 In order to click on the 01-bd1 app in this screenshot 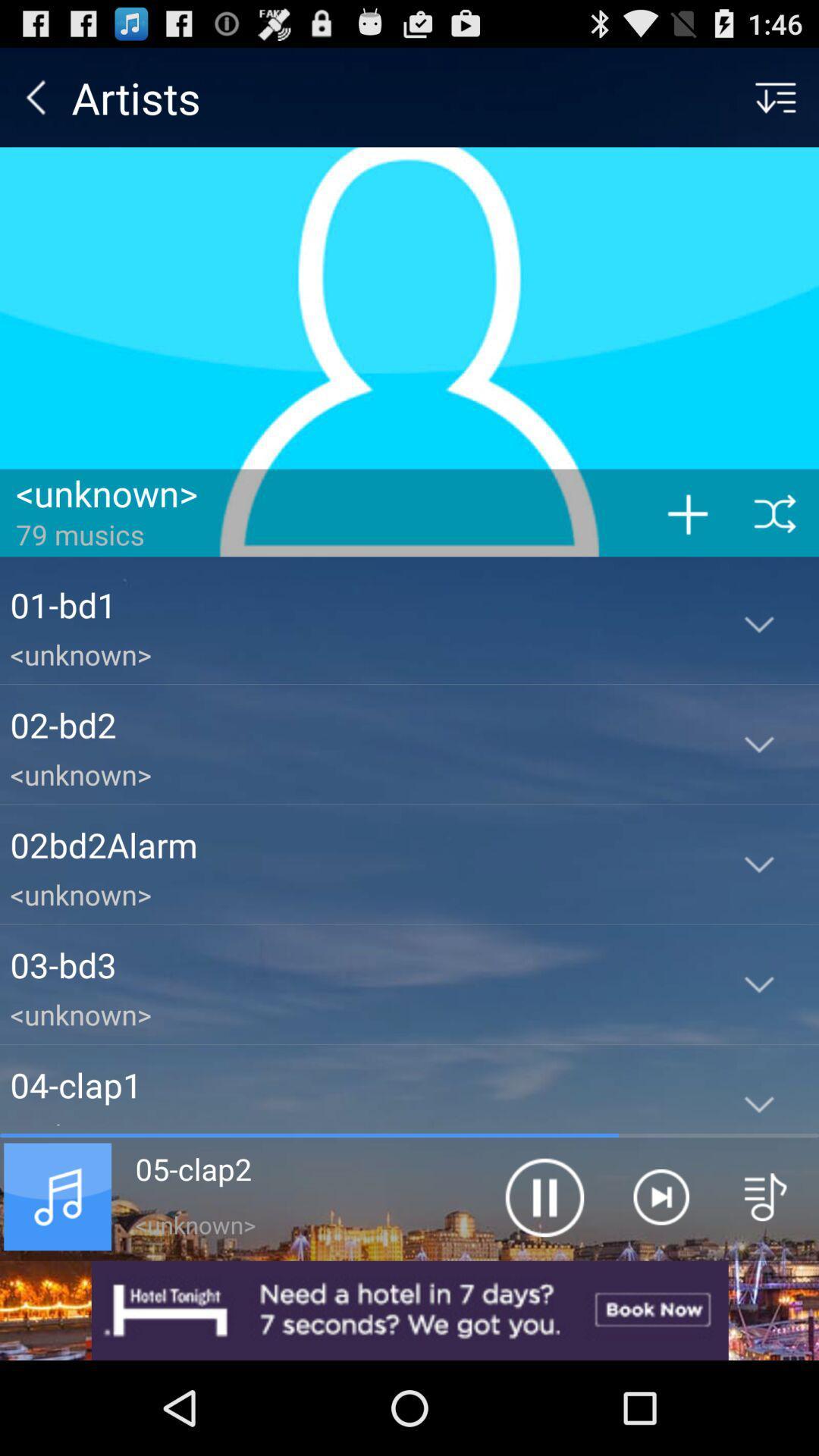, I will do `click(354, 604)`.